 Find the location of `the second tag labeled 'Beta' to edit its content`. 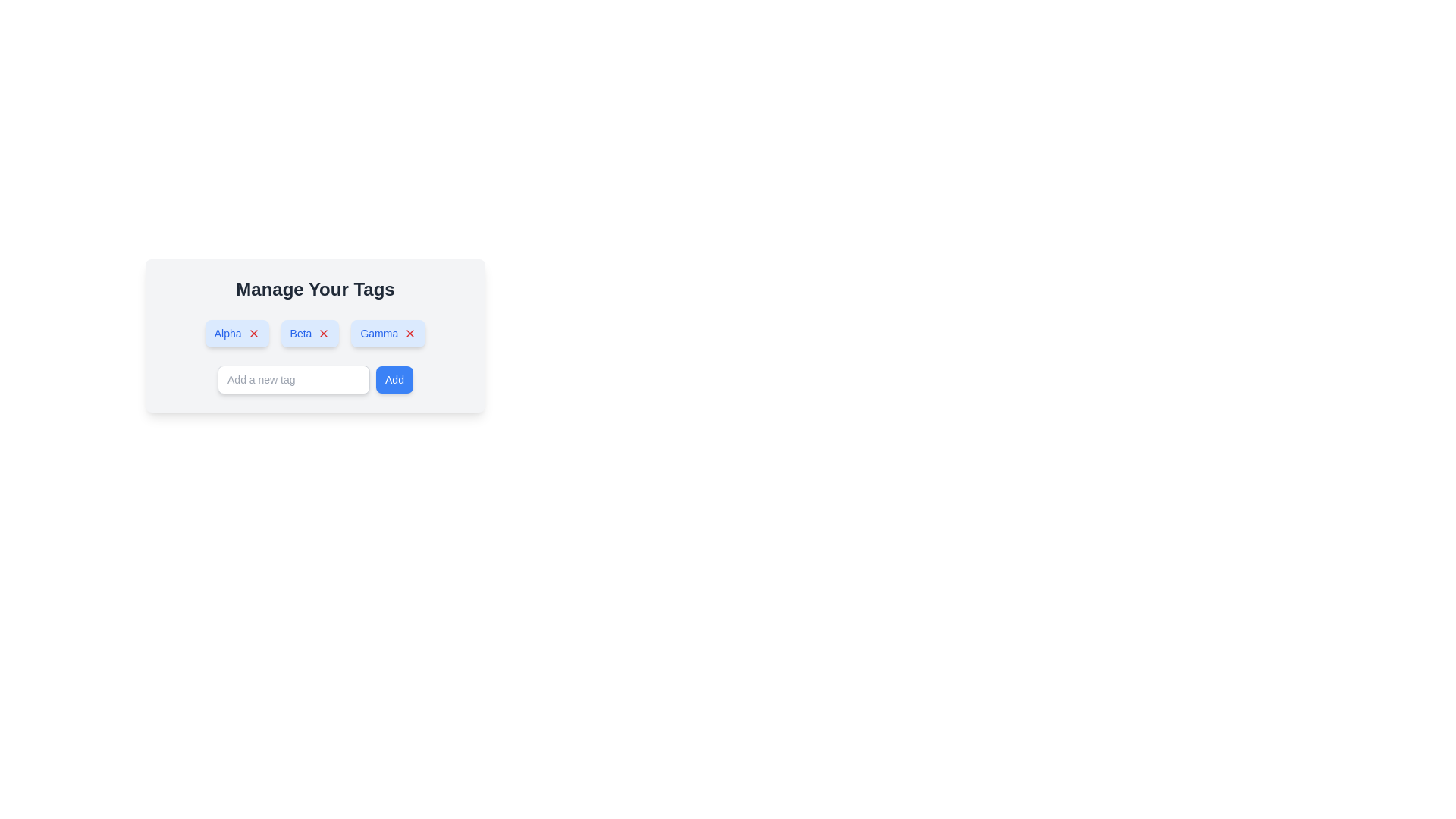

the second tag labeled 'Beta' to edit its content is located at coordinates (309, 332).